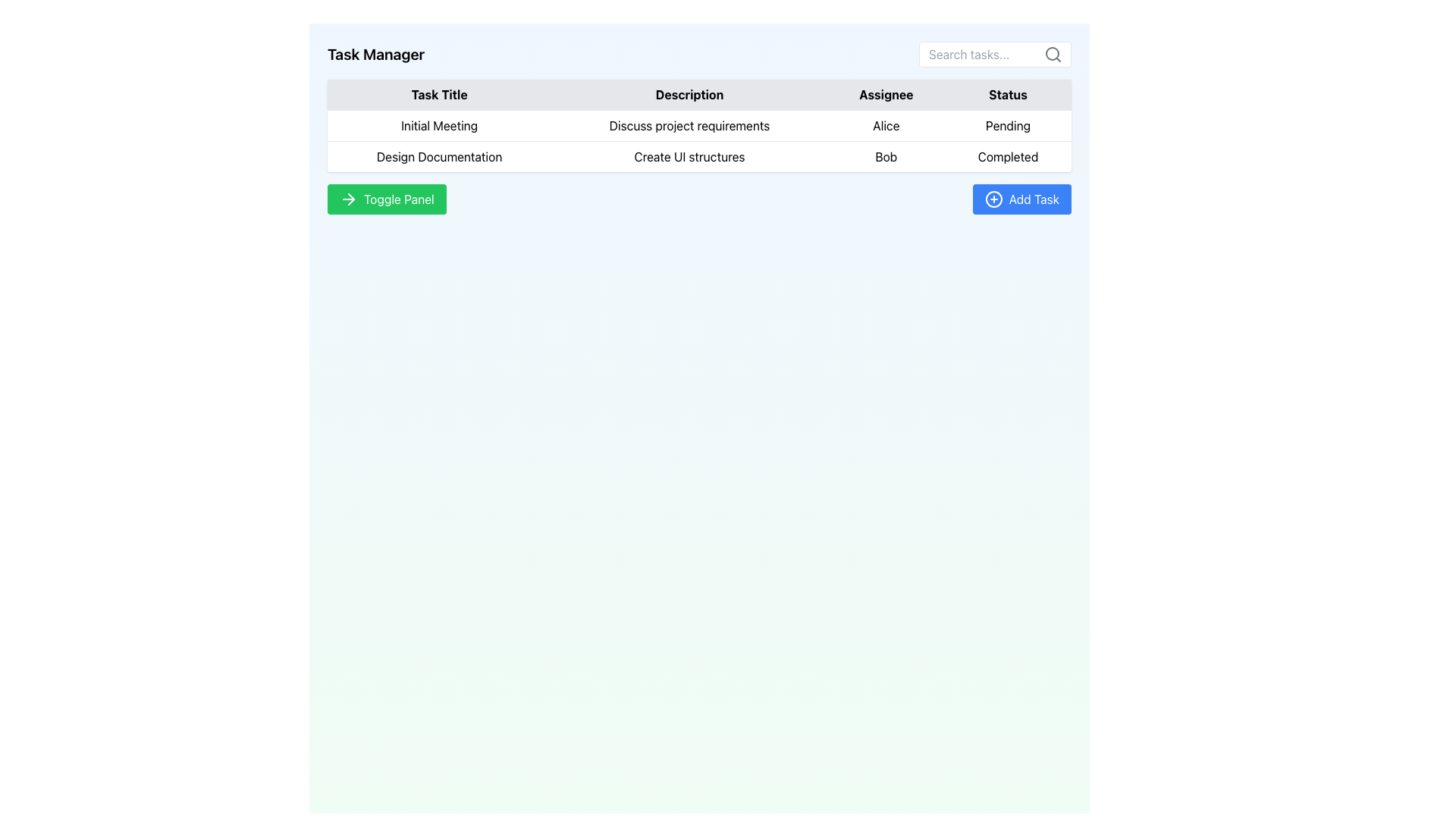  Describe the element at coordinates (348, 198) in the screenshot. I see `the arrow icon on the left side of the green 'Toggle Panel' button located in the lower-left quadrant of the interface` at that location.